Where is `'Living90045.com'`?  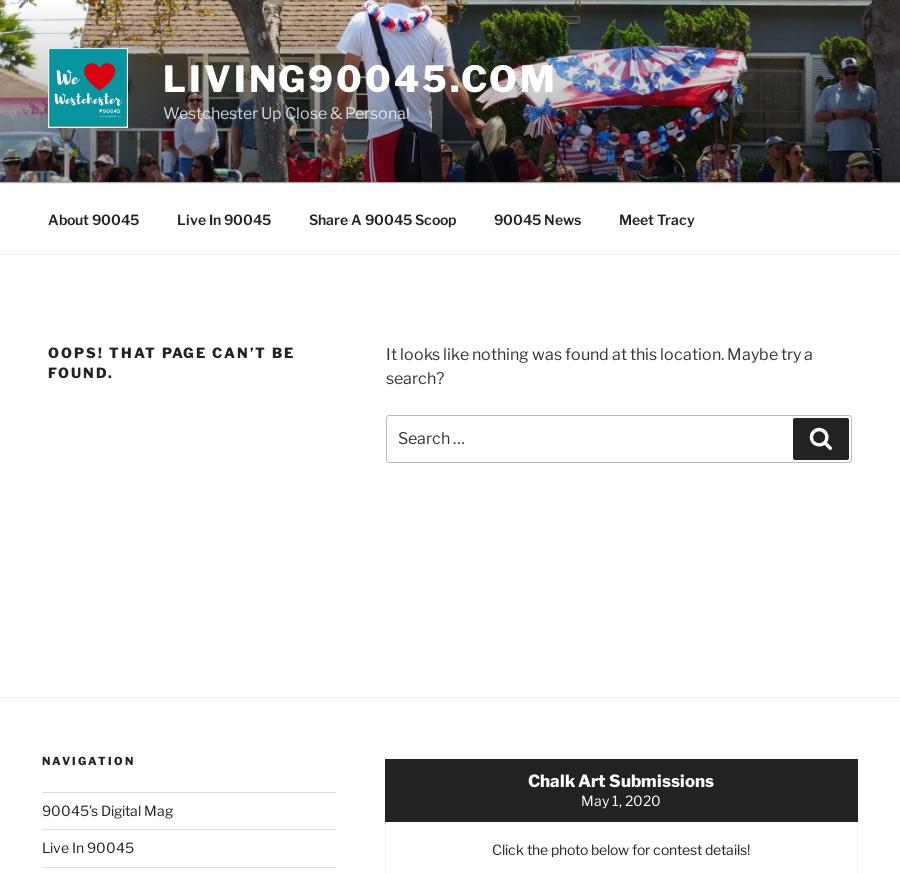
'Living90045.com' is located at coordinates (360, 79).